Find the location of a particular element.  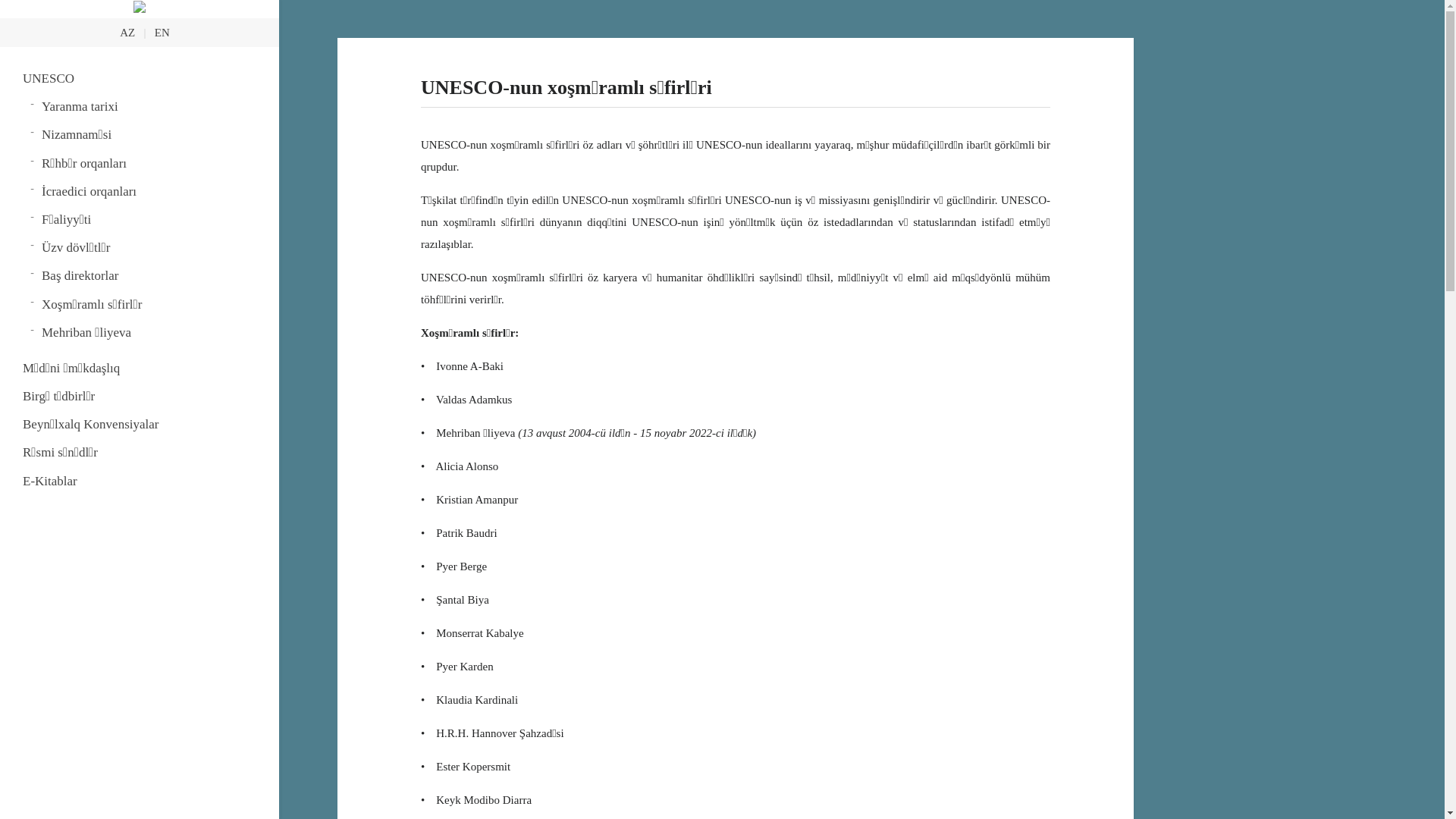

'UNESCO' is located at coordinates (139, 78).